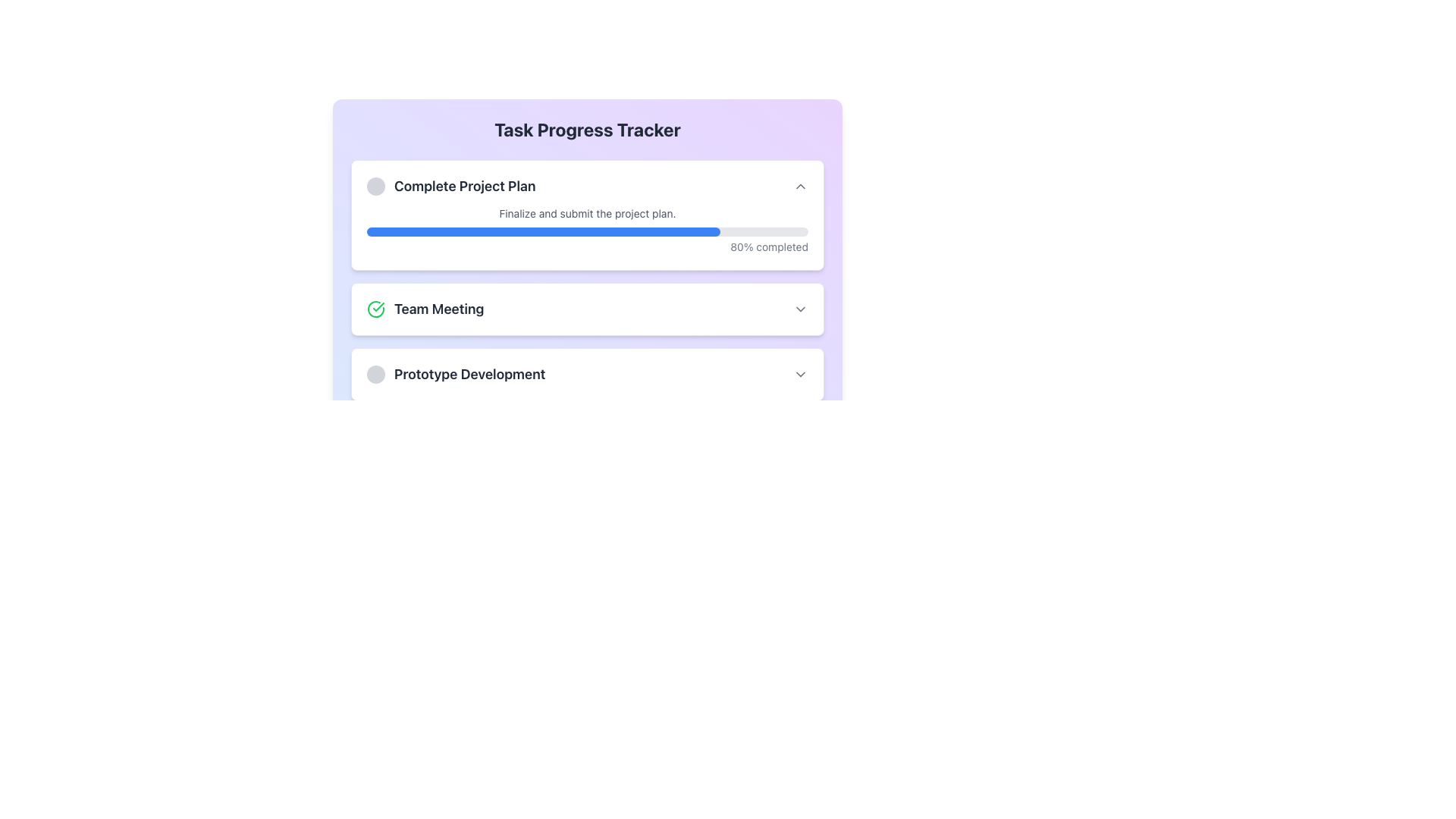  Describe the element at coordinates (378, 307) in the screenshot. I see `the checkmark symbol within the circular green-highlighted icon for the second task item labeled 'Team Meeting'` at that location.